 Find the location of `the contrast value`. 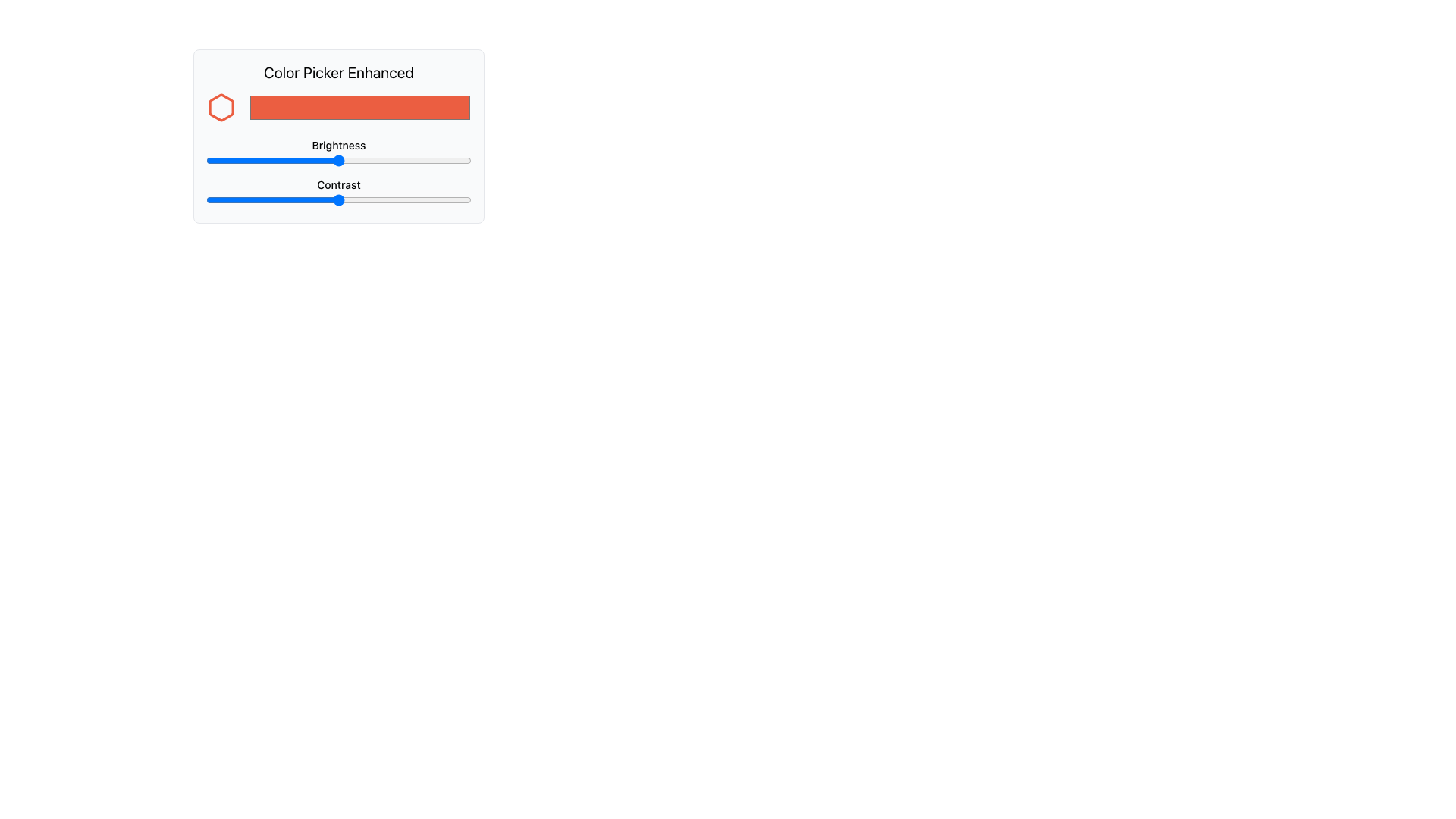

the contrast value is located at coordinates (356, 199).